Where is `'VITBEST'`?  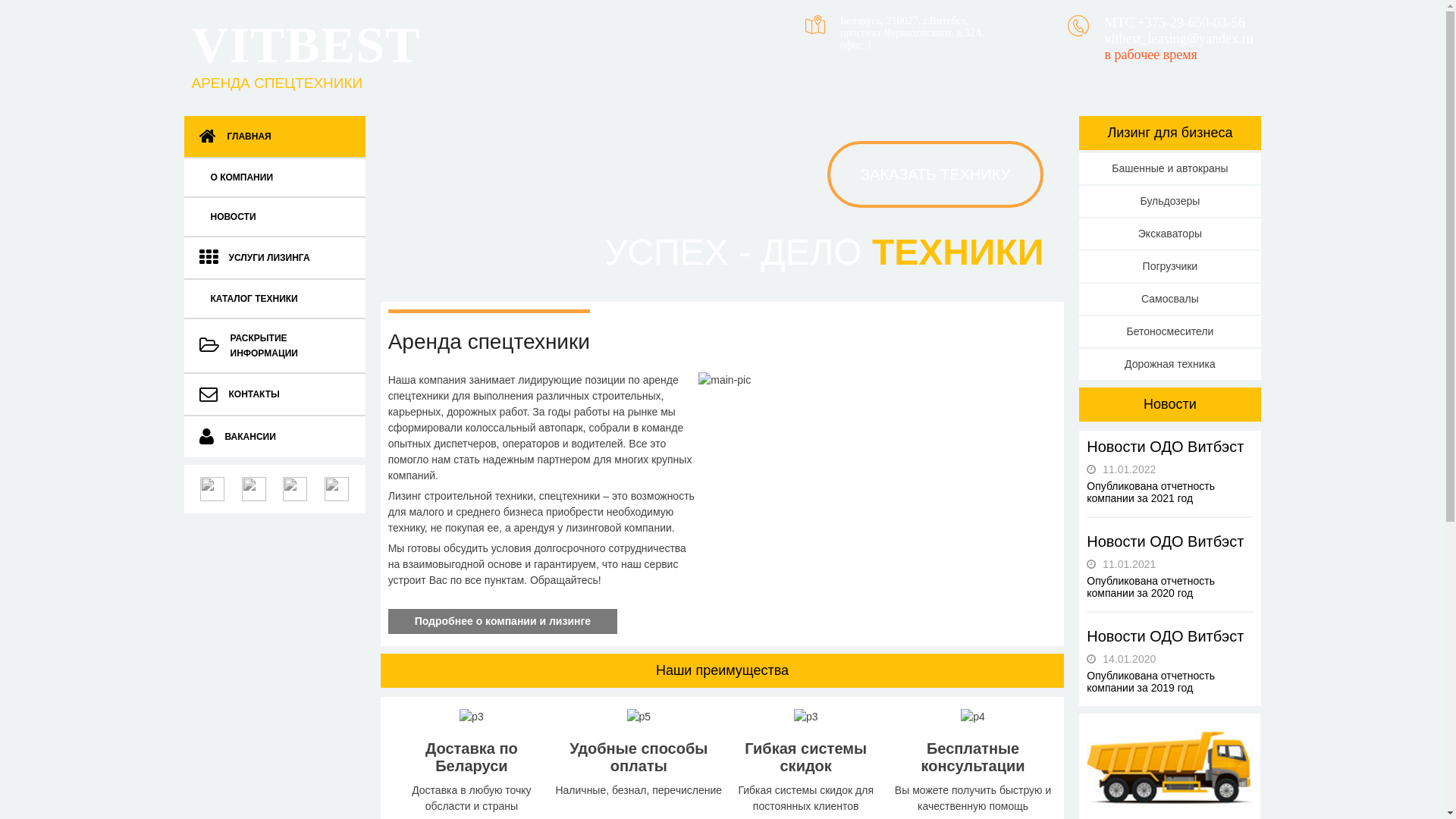
'VITBEST' is located at coordinates (305, 43).